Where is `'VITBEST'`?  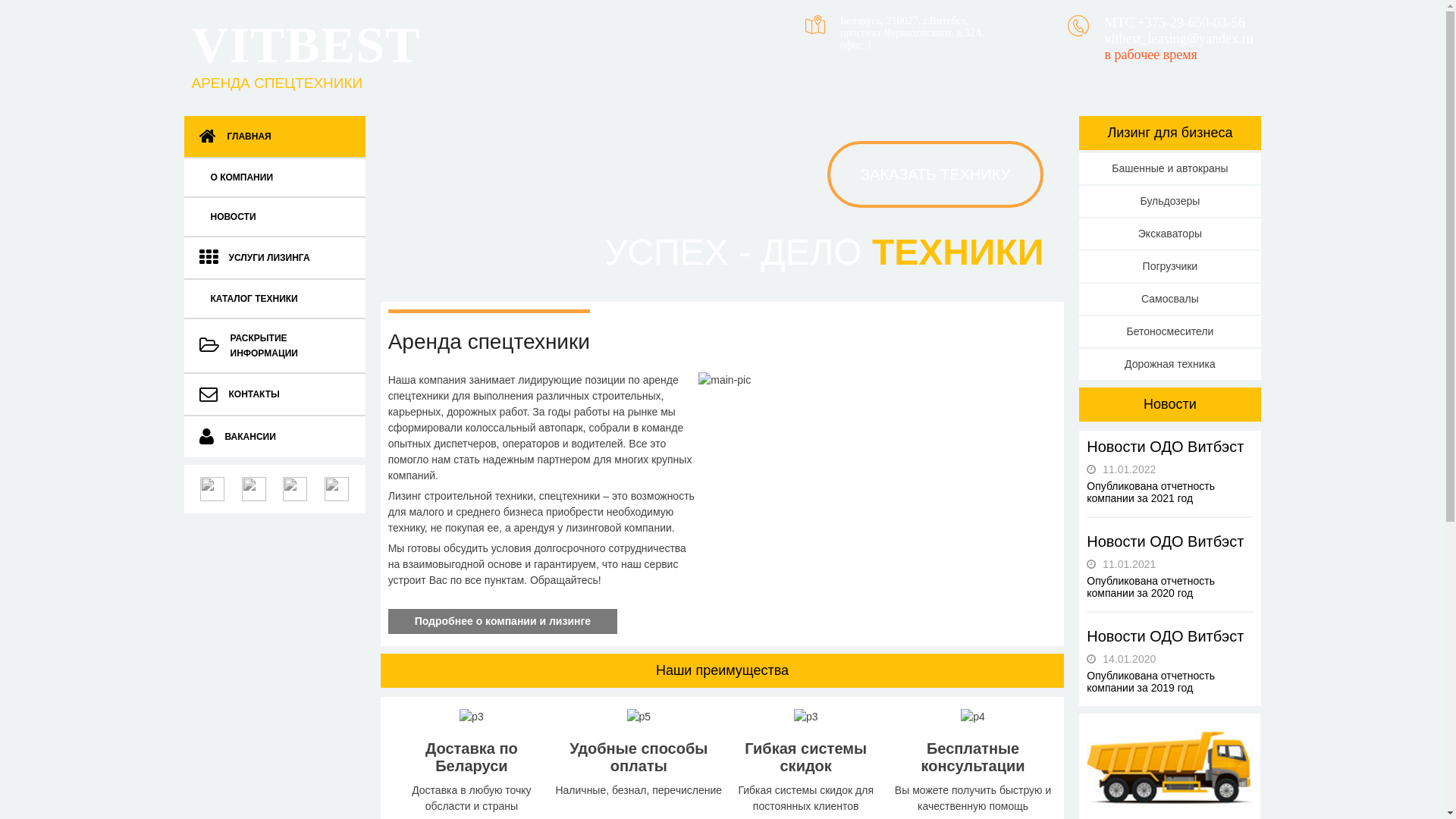
'VITBEST' is located at coordinates (305, 43).